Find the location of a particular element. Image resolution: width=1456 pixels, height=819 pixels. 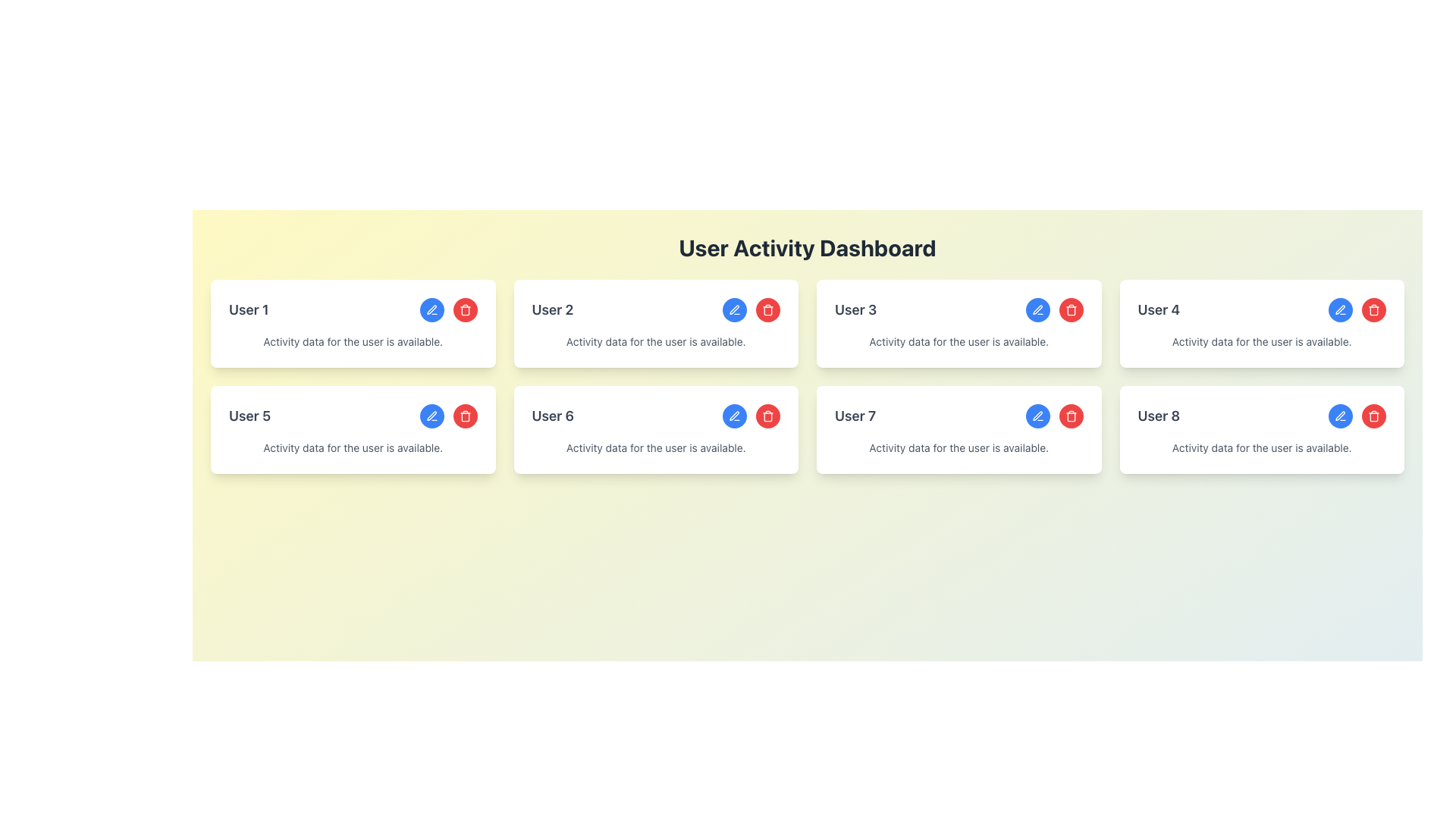

text from the Text Label element displaying 'User Activity Dashboard', which is bold and centered at the top of the interface is located at coordinates (807, 247).